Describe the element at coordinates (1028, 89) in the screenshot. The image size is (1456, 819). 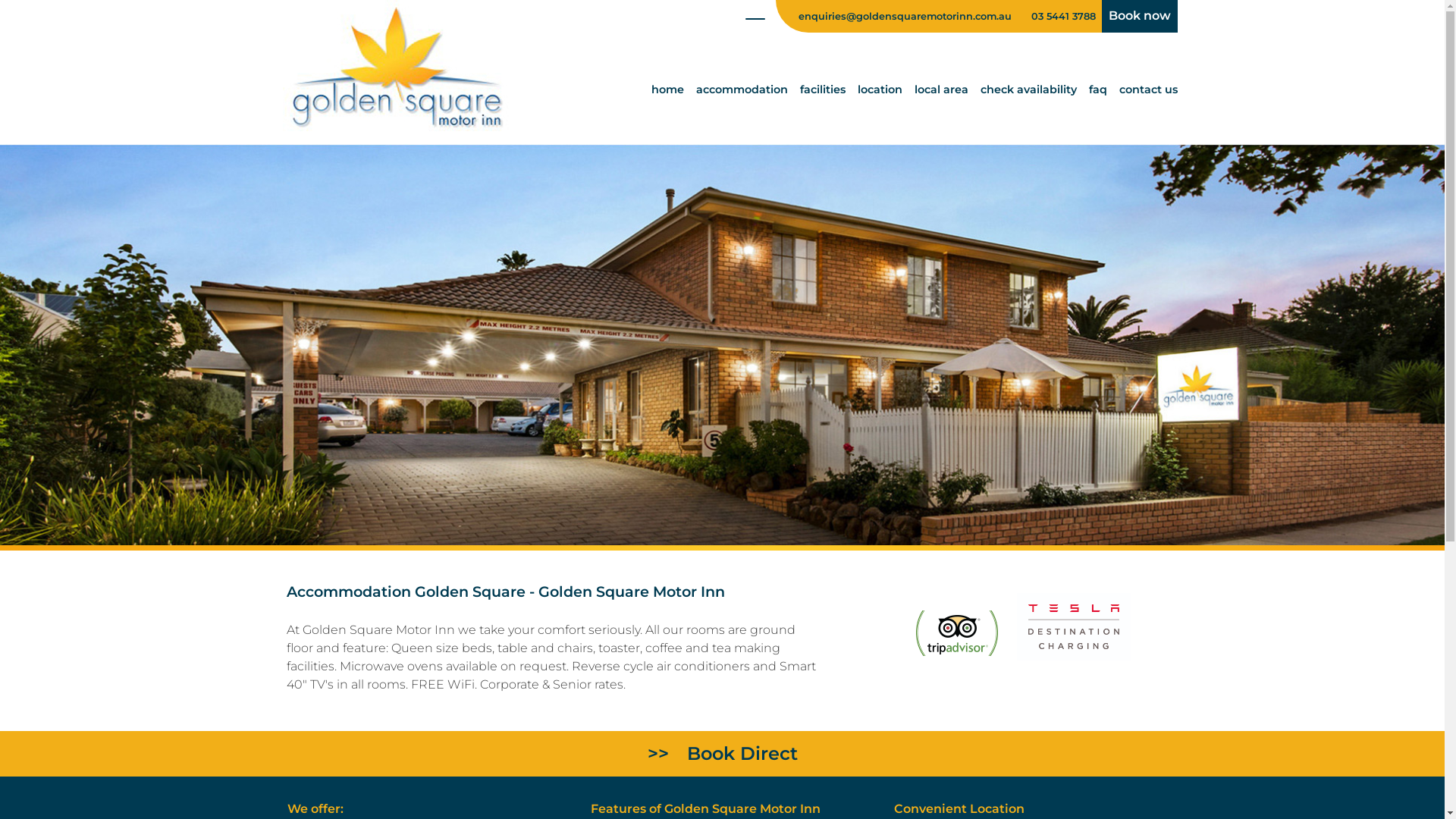
I see `'check availability'` at that location.